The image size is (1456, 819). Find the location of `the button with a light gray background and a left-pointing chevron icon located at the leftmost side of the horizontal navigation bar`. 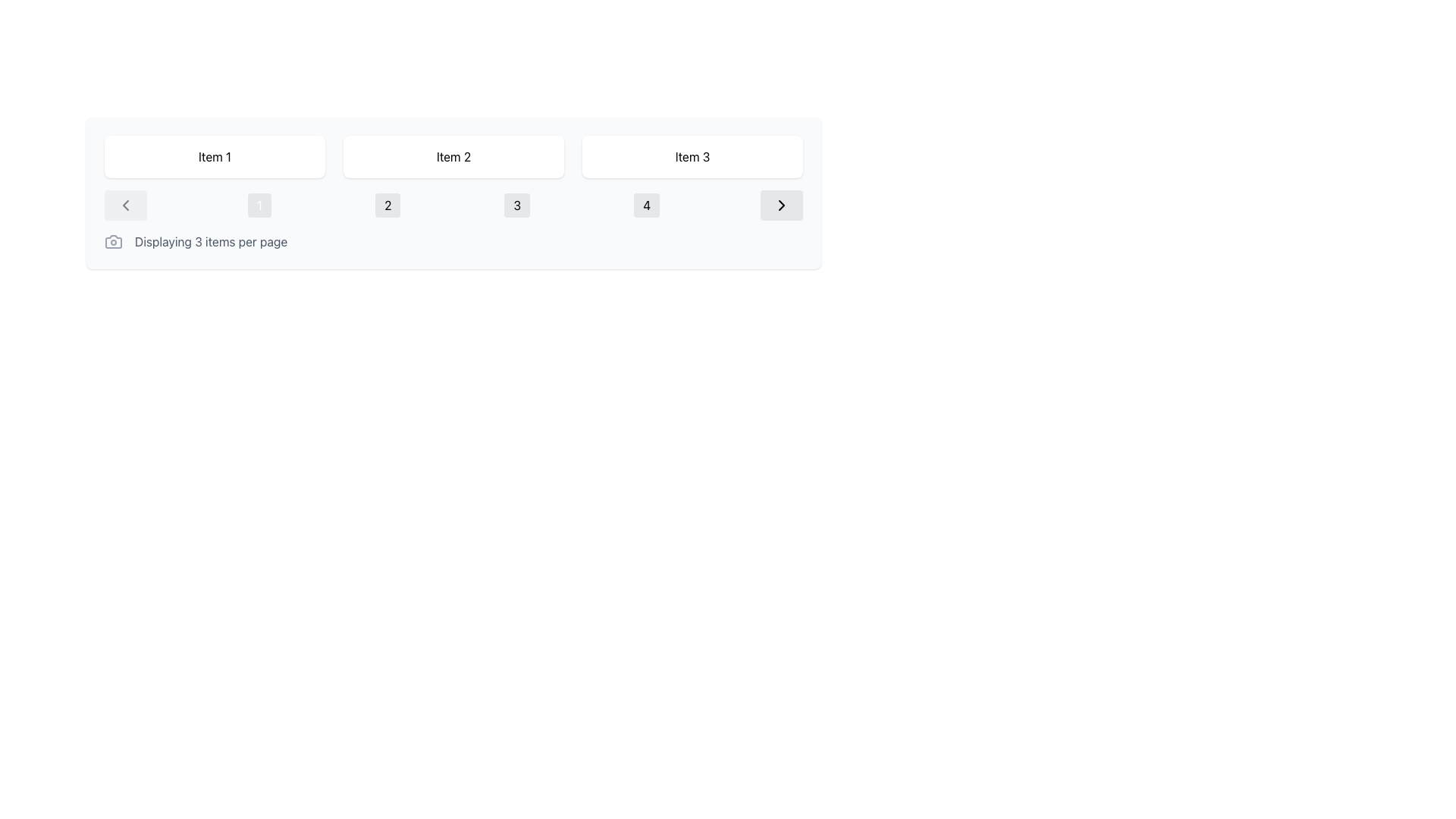

the button with a light gray background and a left-pointing chevron icon located at the leftmost side of the horizontal navigation bar is located at coordinates (126, 205).